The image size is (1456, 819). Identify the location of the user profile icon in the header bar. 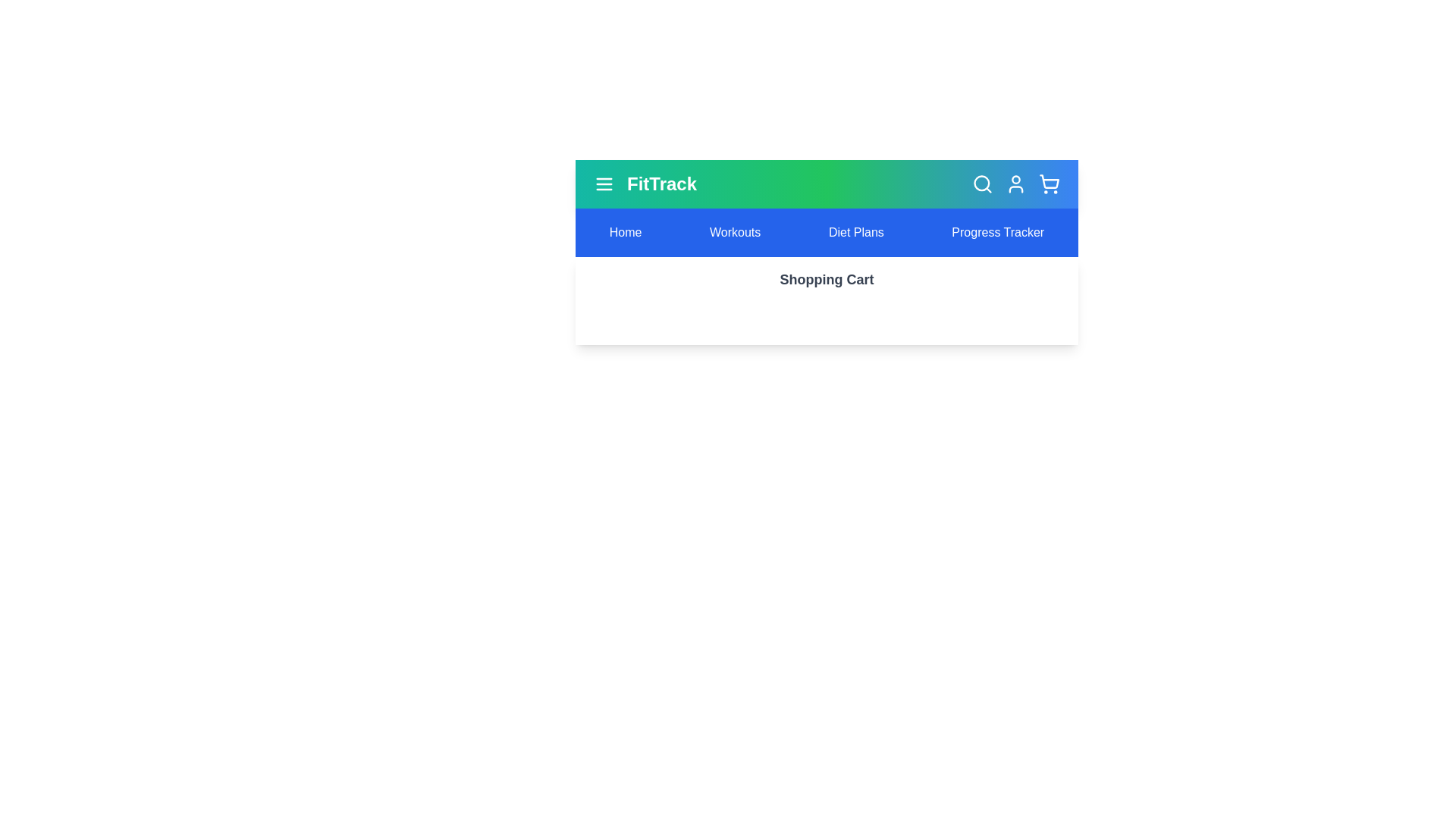
(1015, 184).